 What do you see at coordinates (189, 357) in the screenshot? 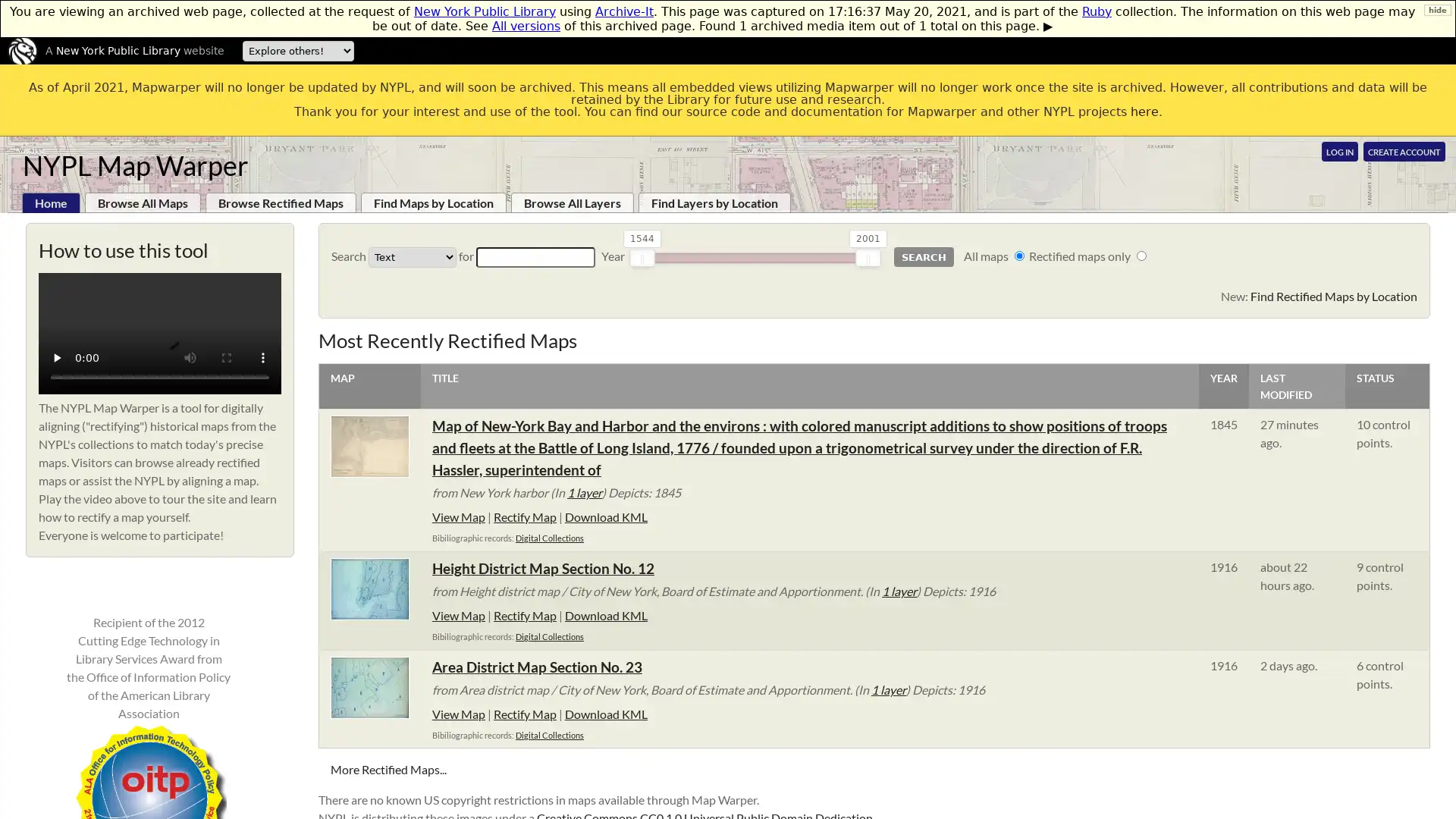
I see `mute` at bounding box center [189, 357].